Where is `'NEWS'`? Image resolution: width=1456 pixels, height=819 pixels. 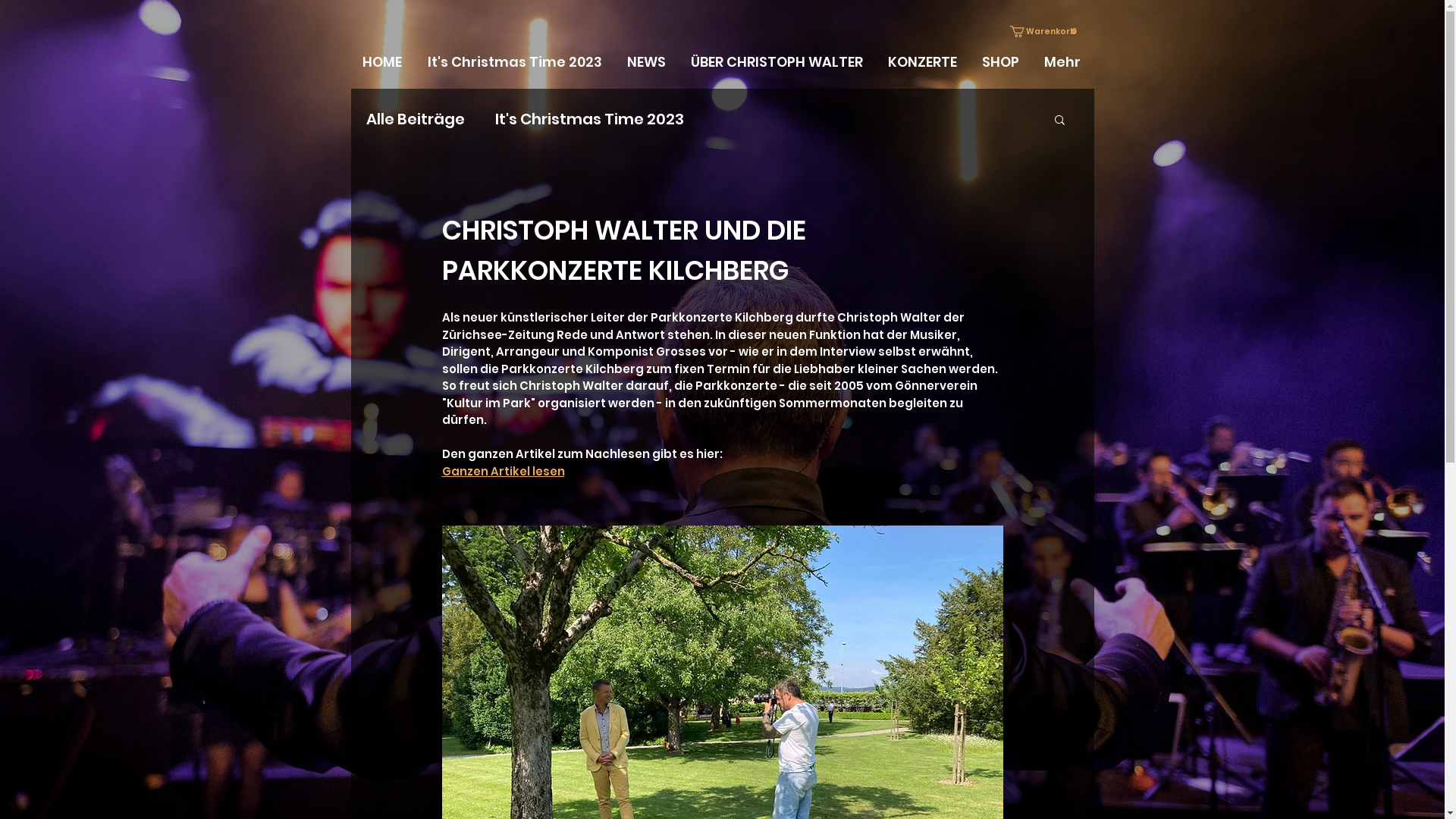 'NEWS' is located at coordinates (648, 61).